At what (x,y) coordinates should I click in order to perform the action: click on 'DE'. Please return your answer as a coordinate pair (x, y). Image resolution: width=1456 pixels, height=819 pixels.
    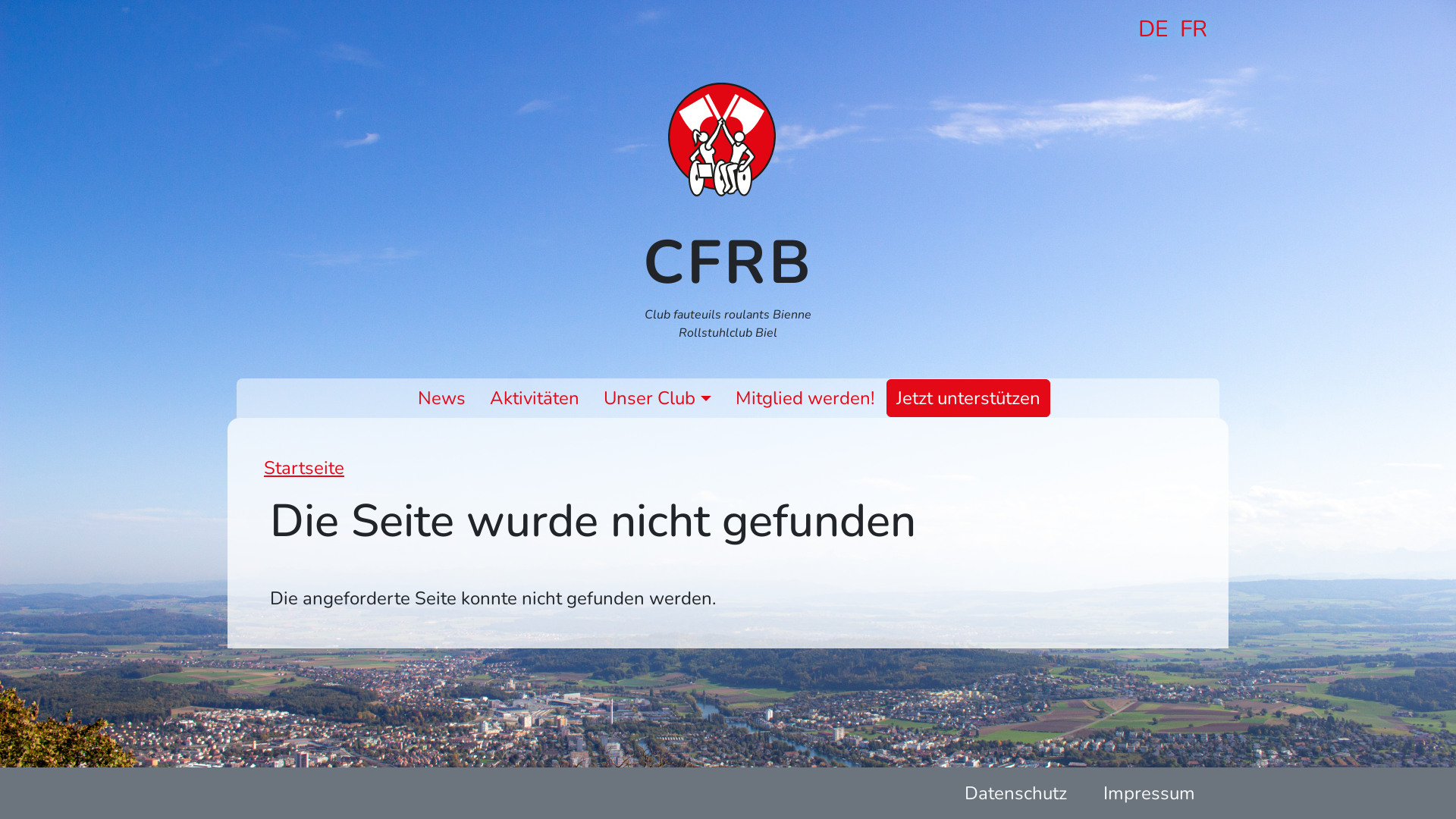
    Looking at the image, I should click on (1153, 29).